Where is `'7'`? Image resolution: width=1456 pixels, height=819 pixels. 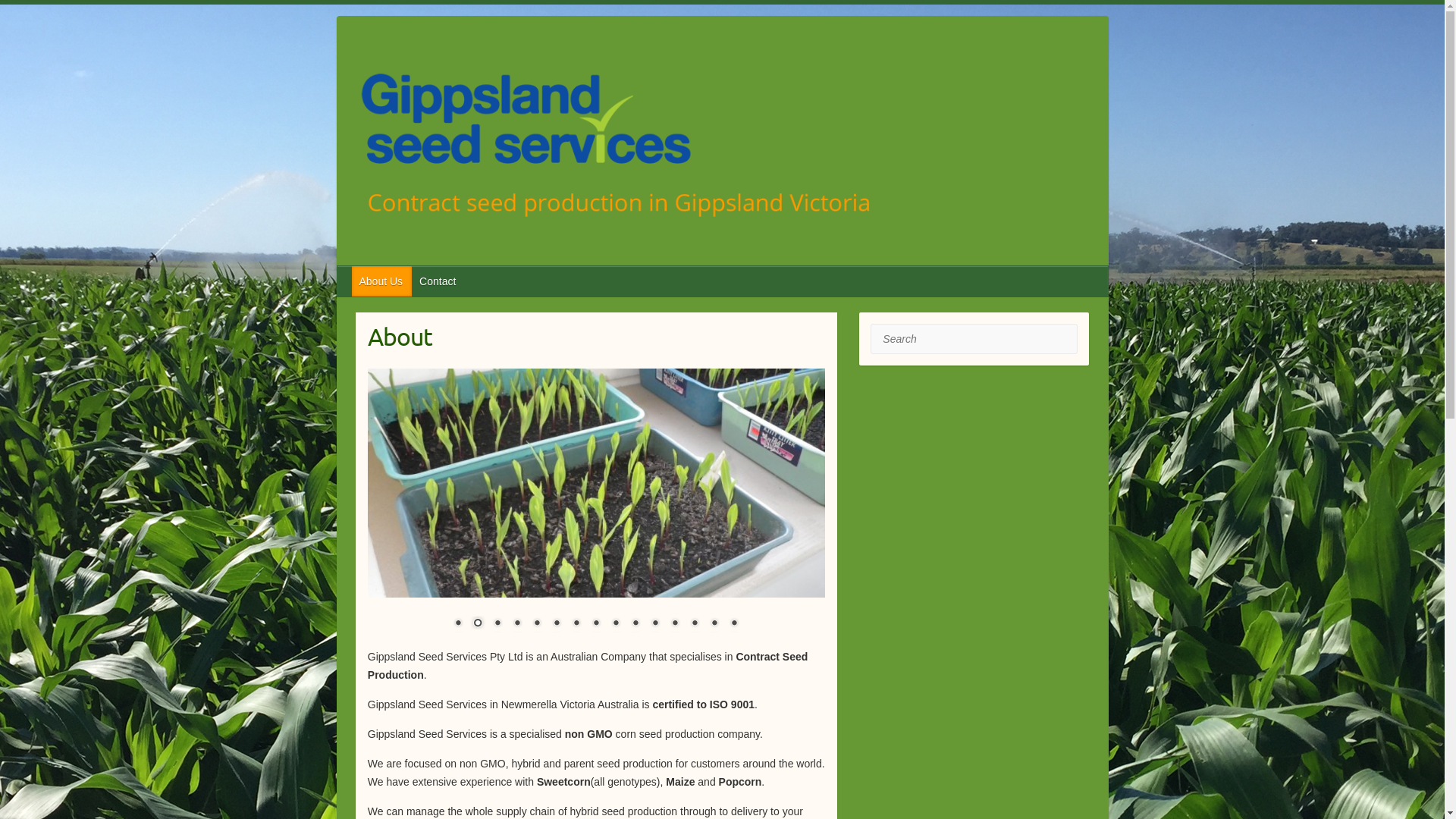 '7' is located at coordinates (575, 623).